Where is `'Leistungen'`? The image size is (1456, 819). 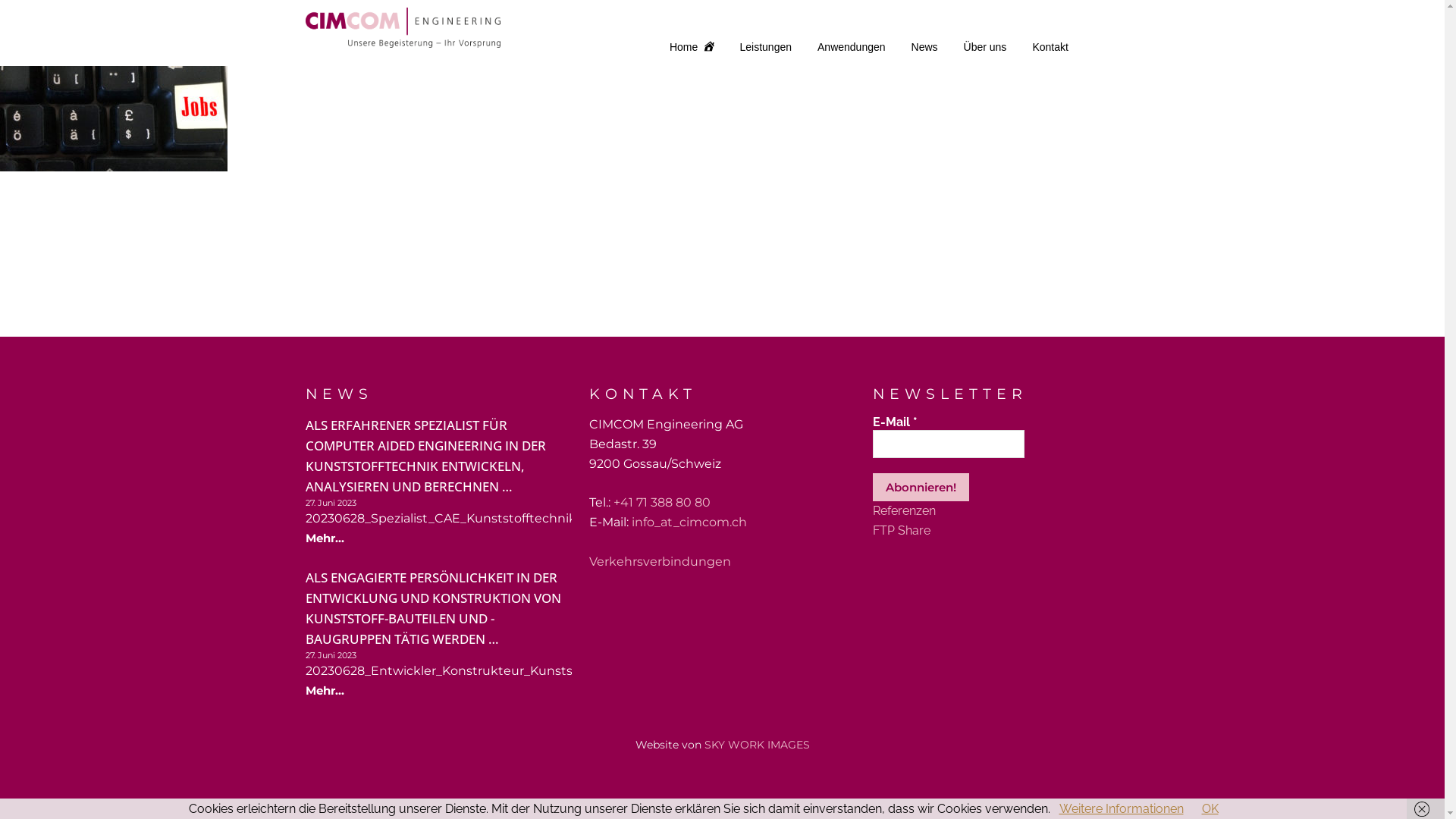
'Leistungen' is located at coordinates (766, 45).